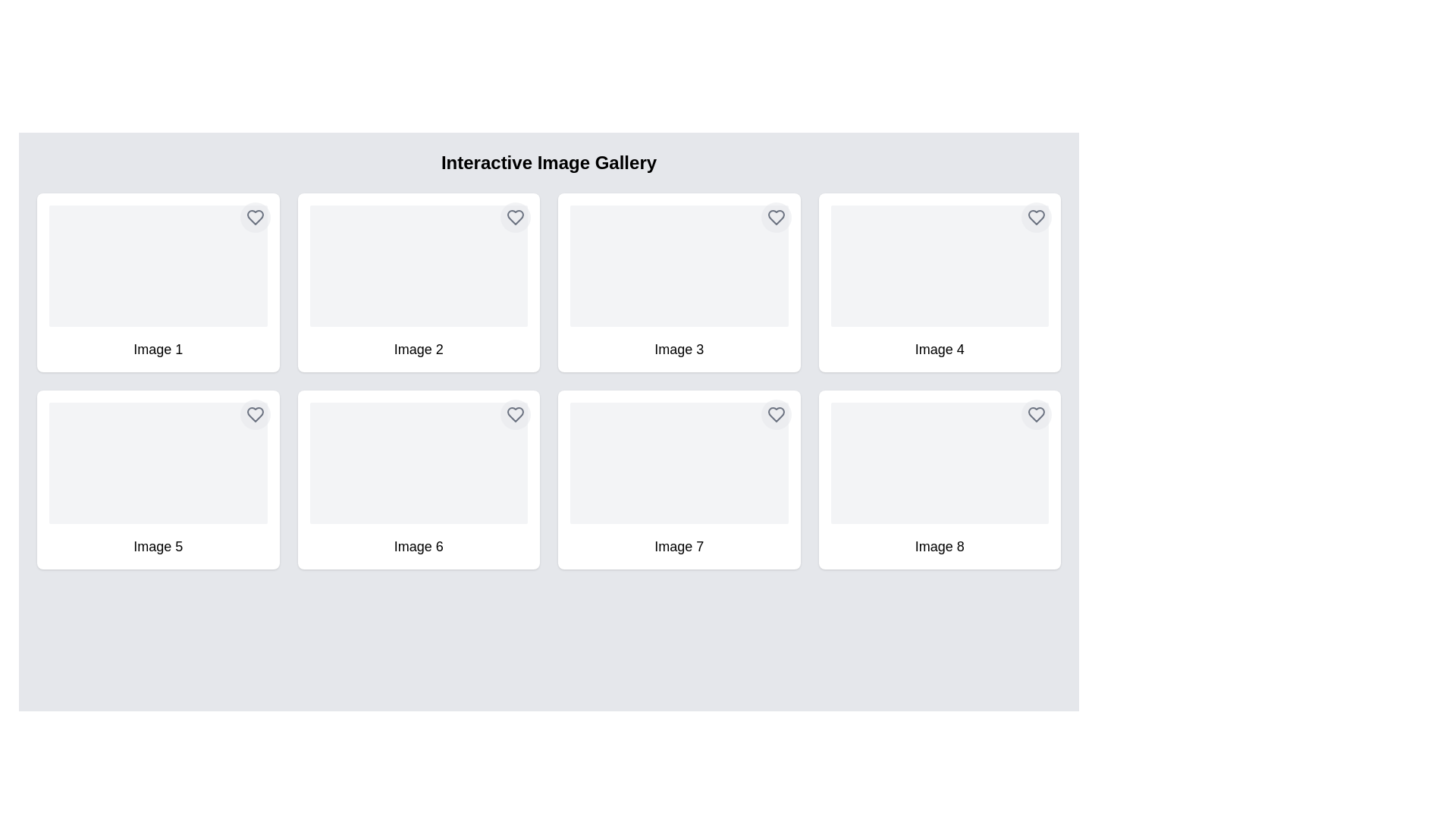 The height and width of the screenshot is (819, 1456). I want to click on the heart-shaped icon with a gray border located in the top-right corner of the card labeled 'Image 4', so click(1036, 217).